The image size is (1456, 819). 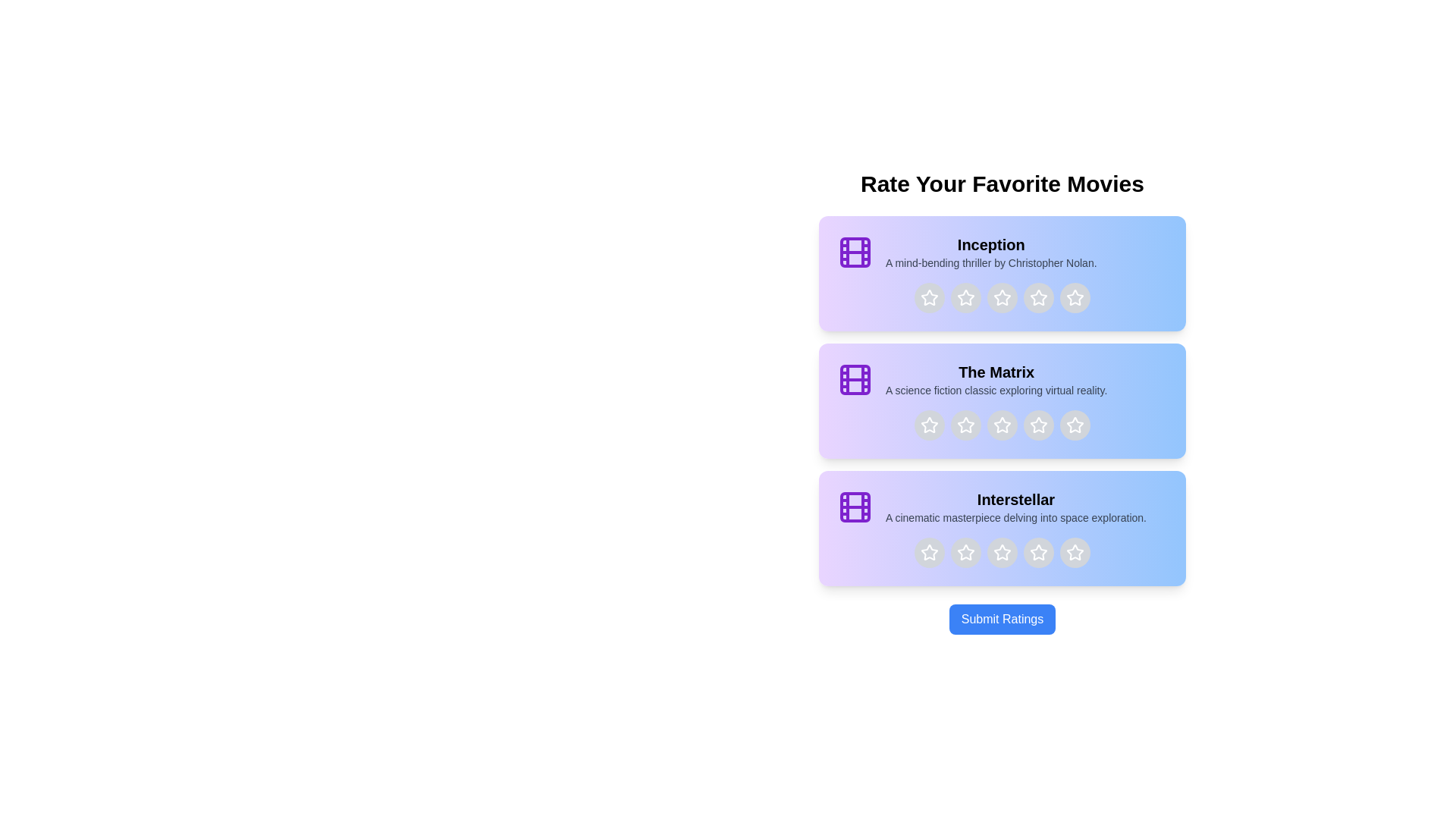 What do you see at coordinates (1074, 425) in the screenshot?
I see `the star corresponding to 5 stars for the movie titled The Matrix` at bounding box center [1074, 425].